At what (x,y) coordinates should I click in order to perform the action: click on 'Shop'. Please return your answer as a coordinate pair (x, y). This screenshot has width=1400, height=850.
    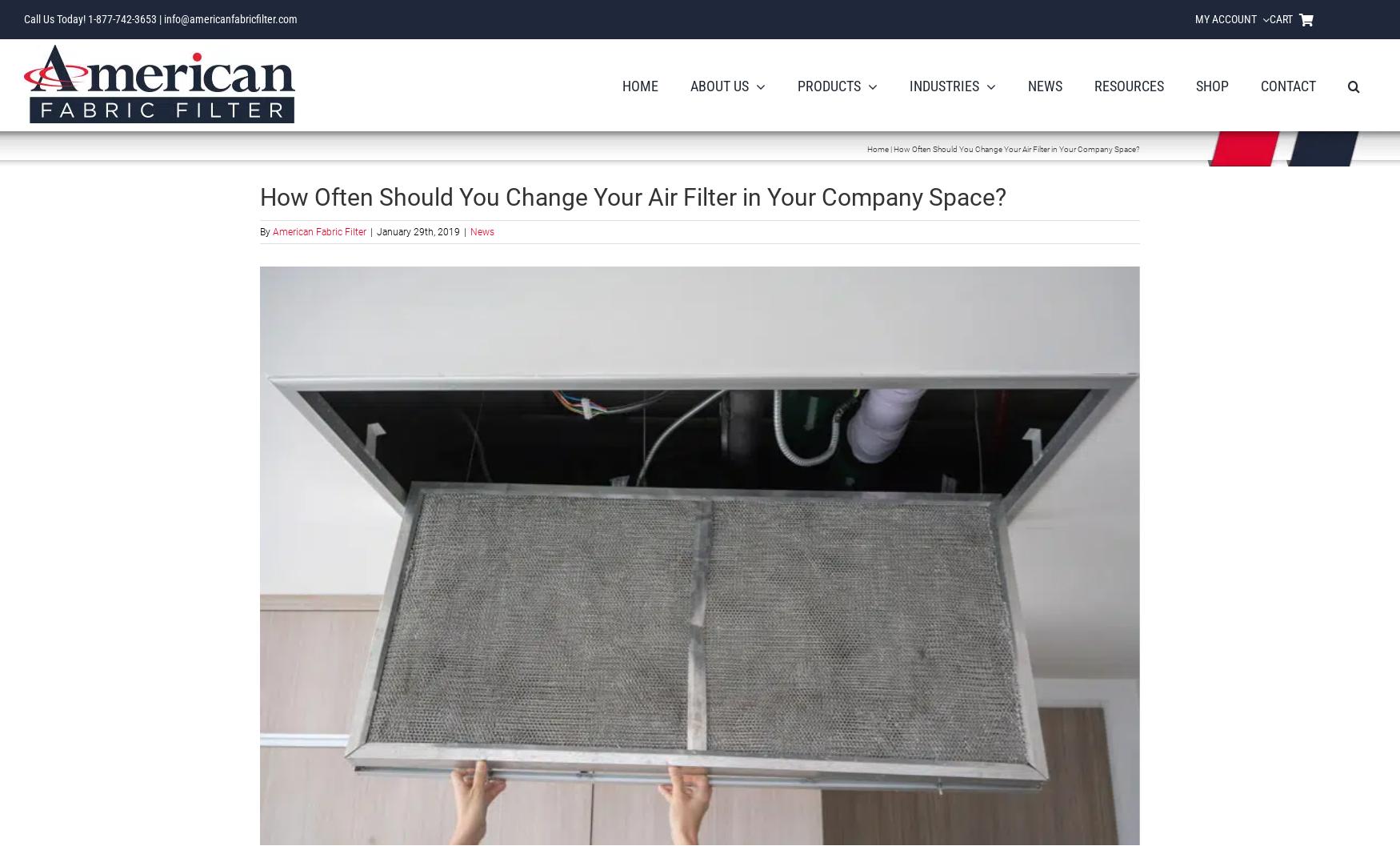
    Looking at the image, I should click on (1196, 86).